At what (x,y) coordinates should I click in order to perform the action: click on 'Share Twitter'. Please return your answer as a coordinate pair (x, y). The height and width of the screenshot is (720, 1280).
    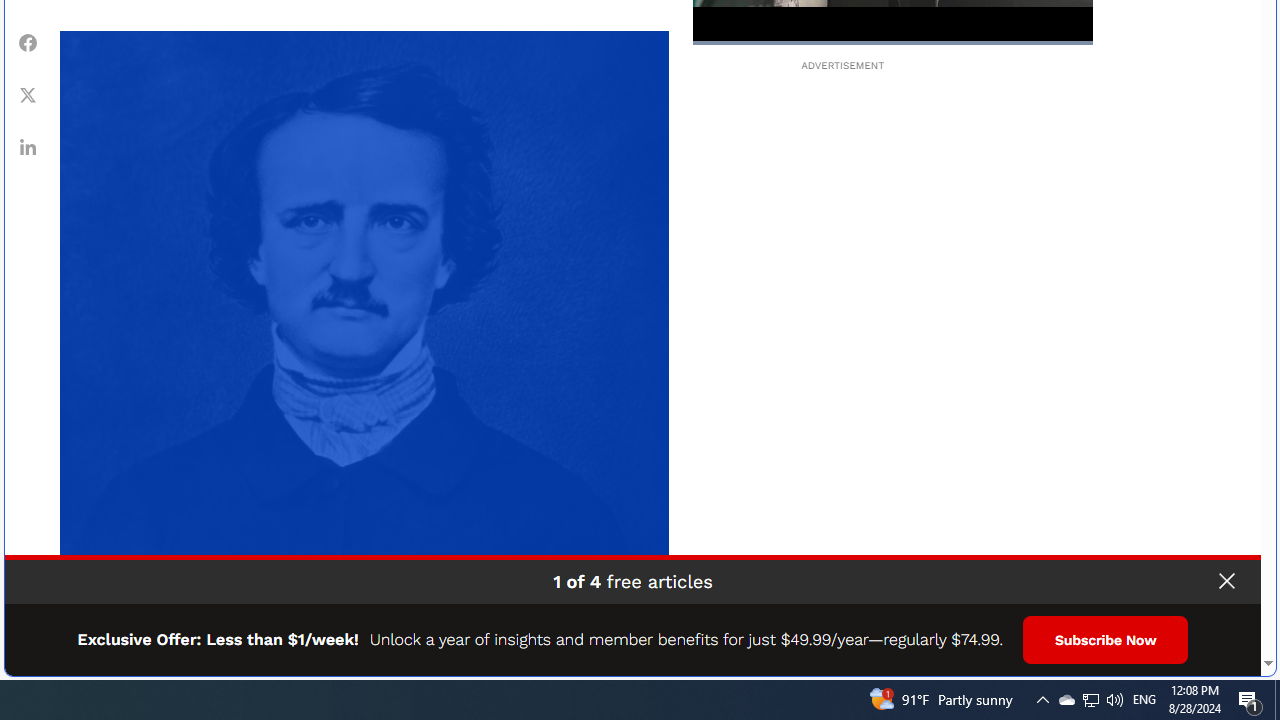
    Looking at the image, I should click on (28, 95).